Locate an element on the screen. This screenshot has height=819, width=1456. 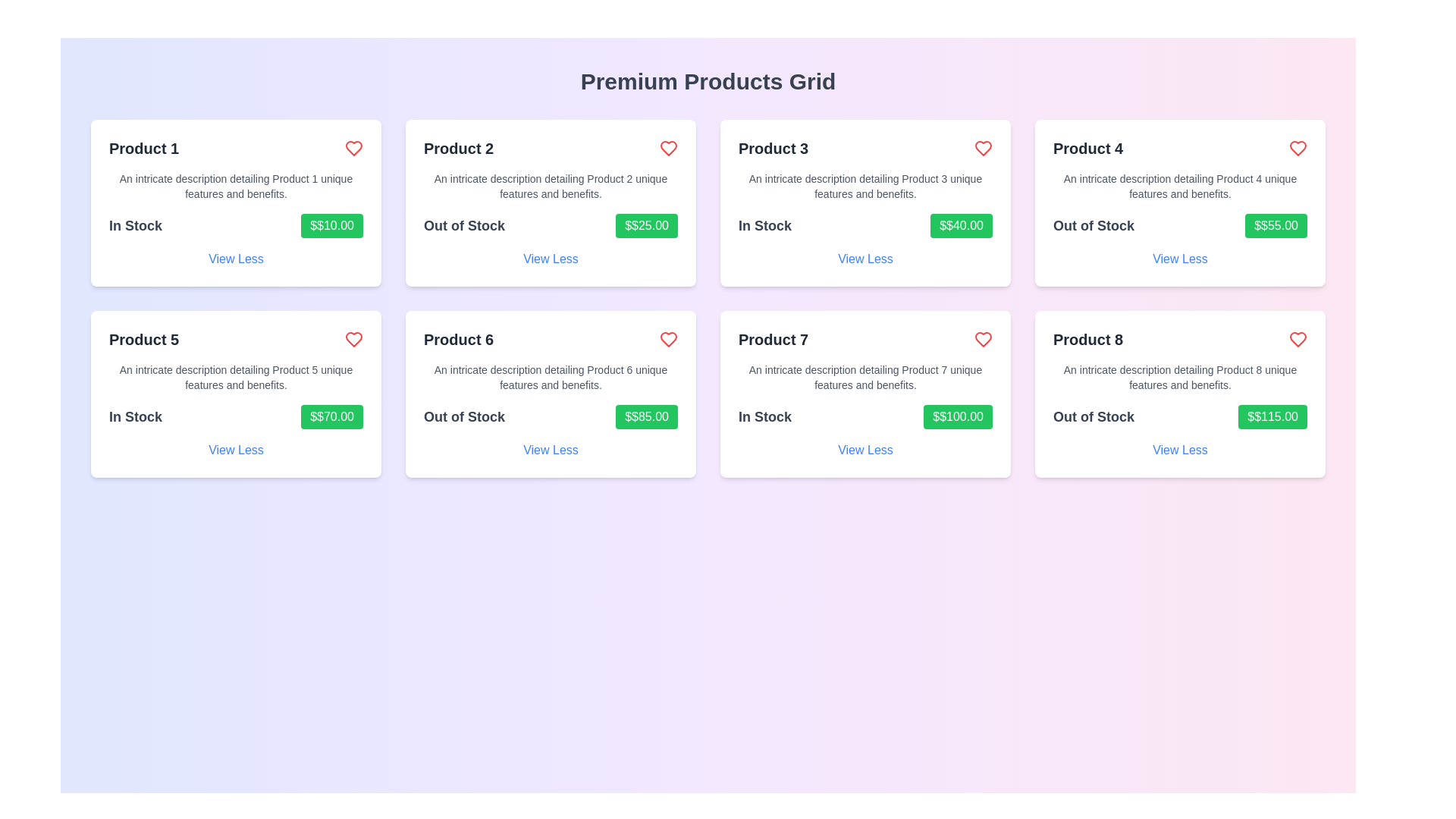
the green button displaying the price '$25.00' for 'Product 2' is located at coordinates (647, 225).